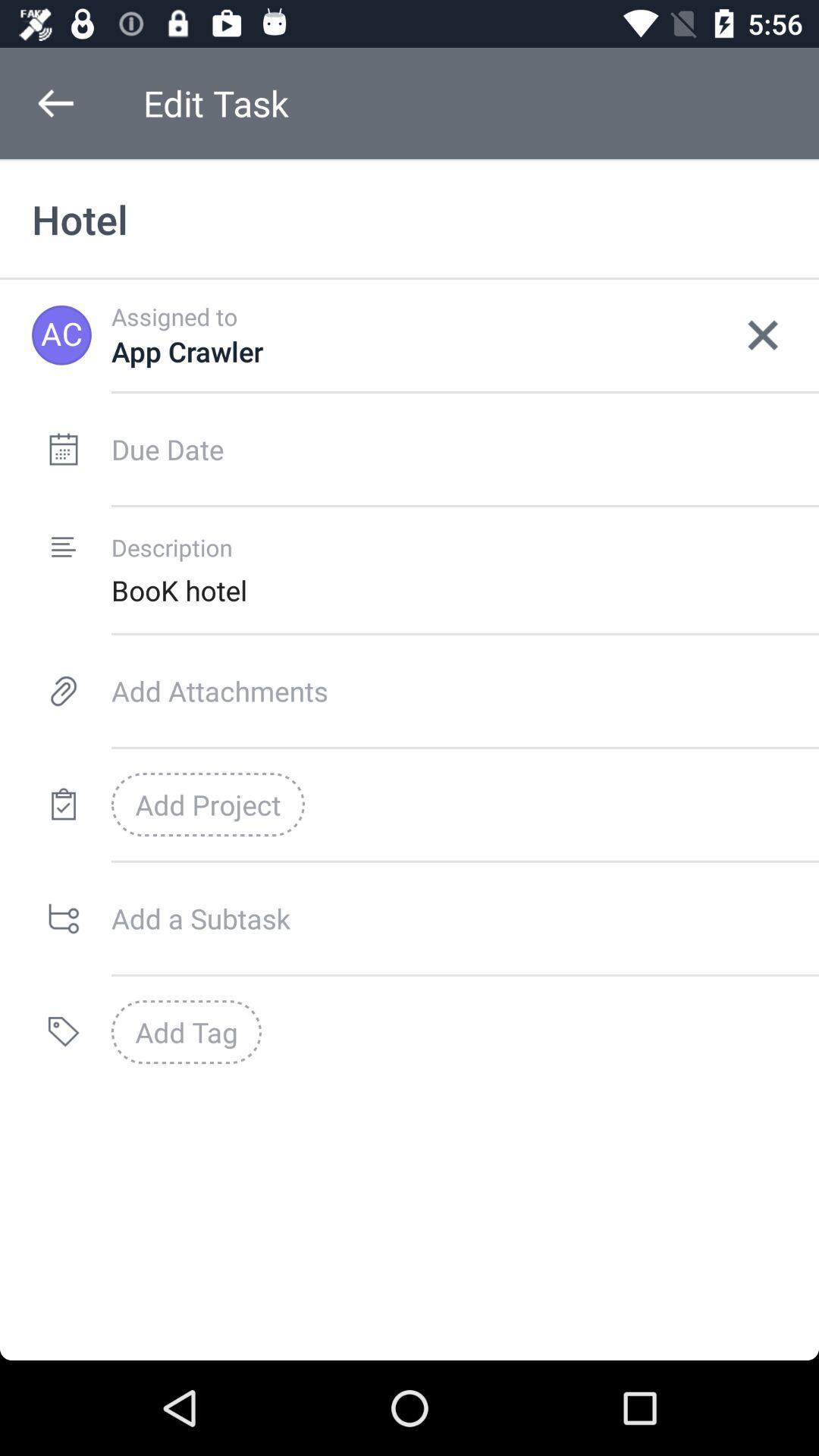 This screenshot has height=1456, width=819. Describe the element at coordinates (464, 589) in the screenshot. I see `the book hotel icon` at that location.